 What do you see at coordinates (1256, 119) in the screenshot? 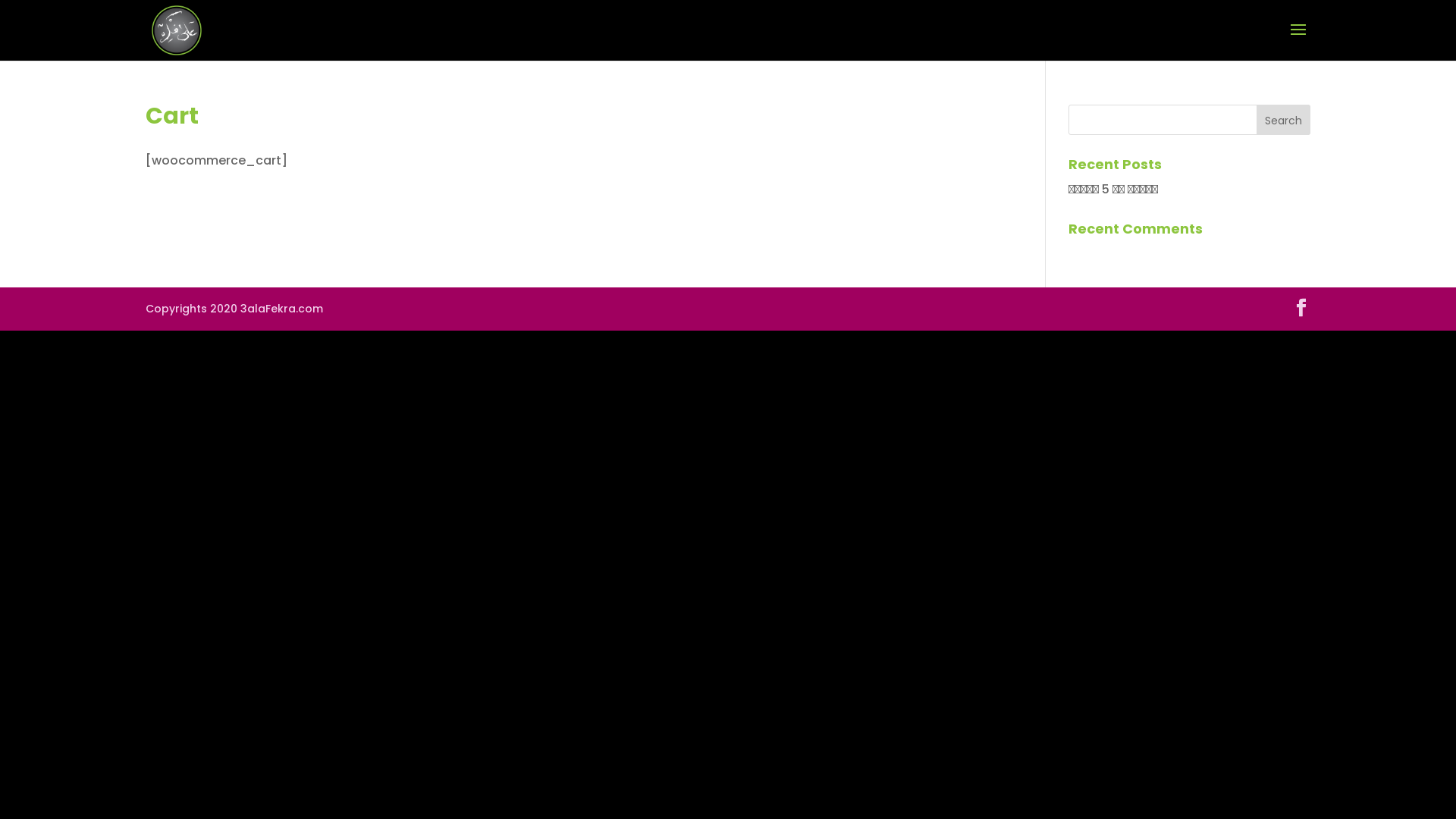
I see `'Search'` at bounding box center [1256, 119].